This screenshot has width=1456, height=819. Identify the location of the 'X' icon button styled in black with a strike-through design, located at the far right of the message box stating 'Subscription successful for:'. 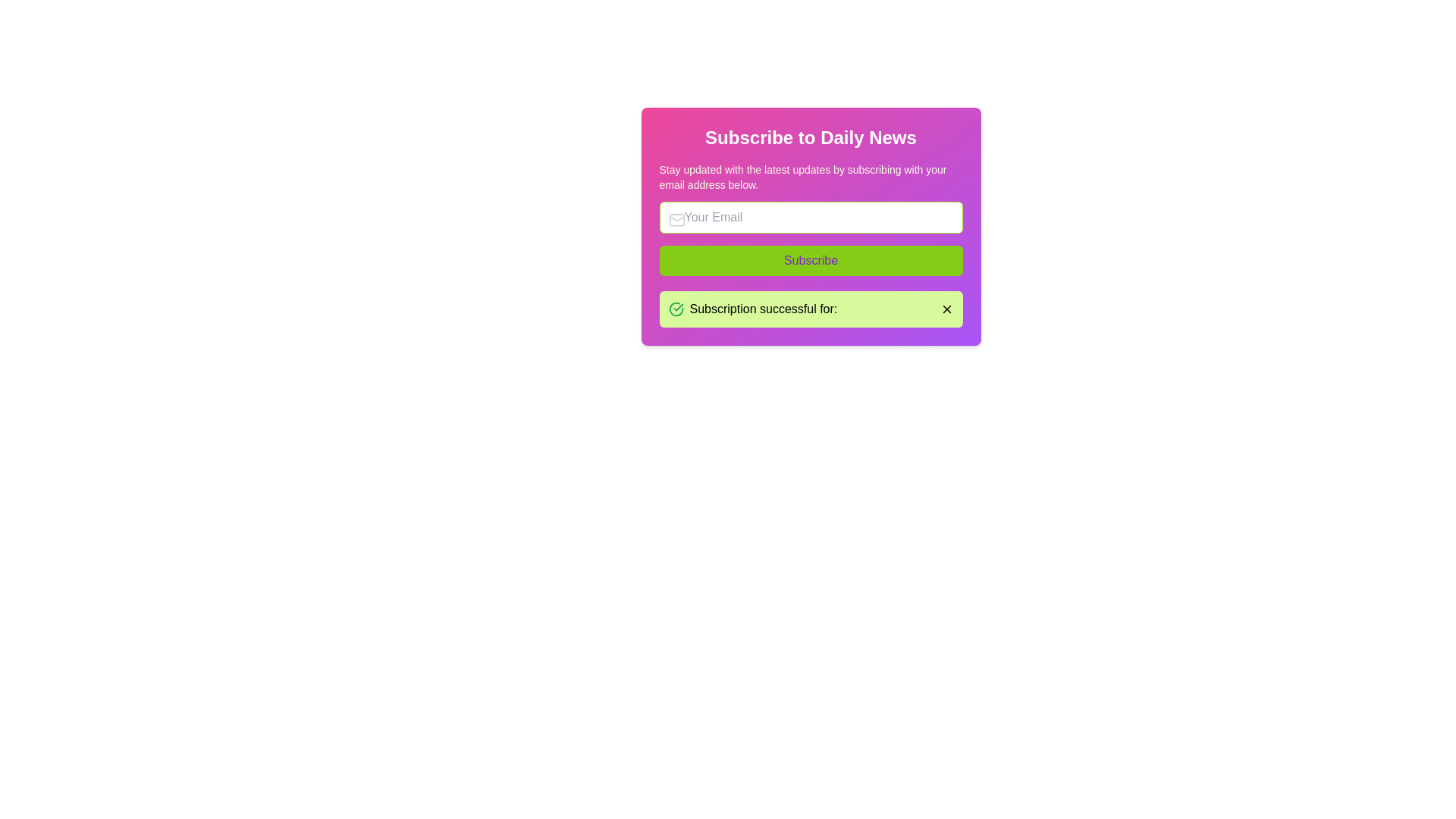
(946, 309).